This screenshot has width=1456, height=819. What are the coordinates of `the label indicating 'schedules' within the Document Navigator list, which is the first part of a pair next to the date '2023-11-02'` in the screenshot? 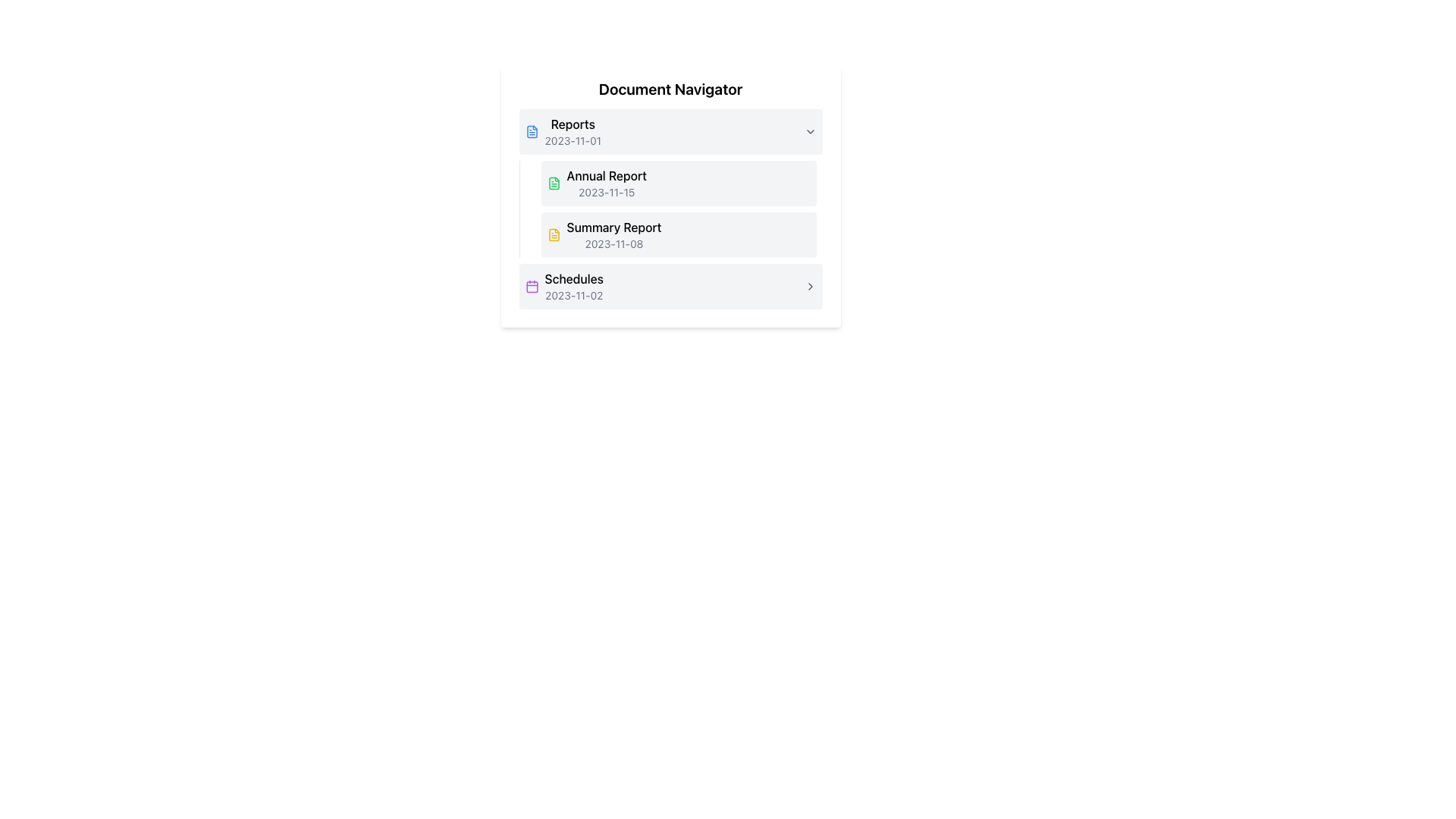 It's located at (573, 278).